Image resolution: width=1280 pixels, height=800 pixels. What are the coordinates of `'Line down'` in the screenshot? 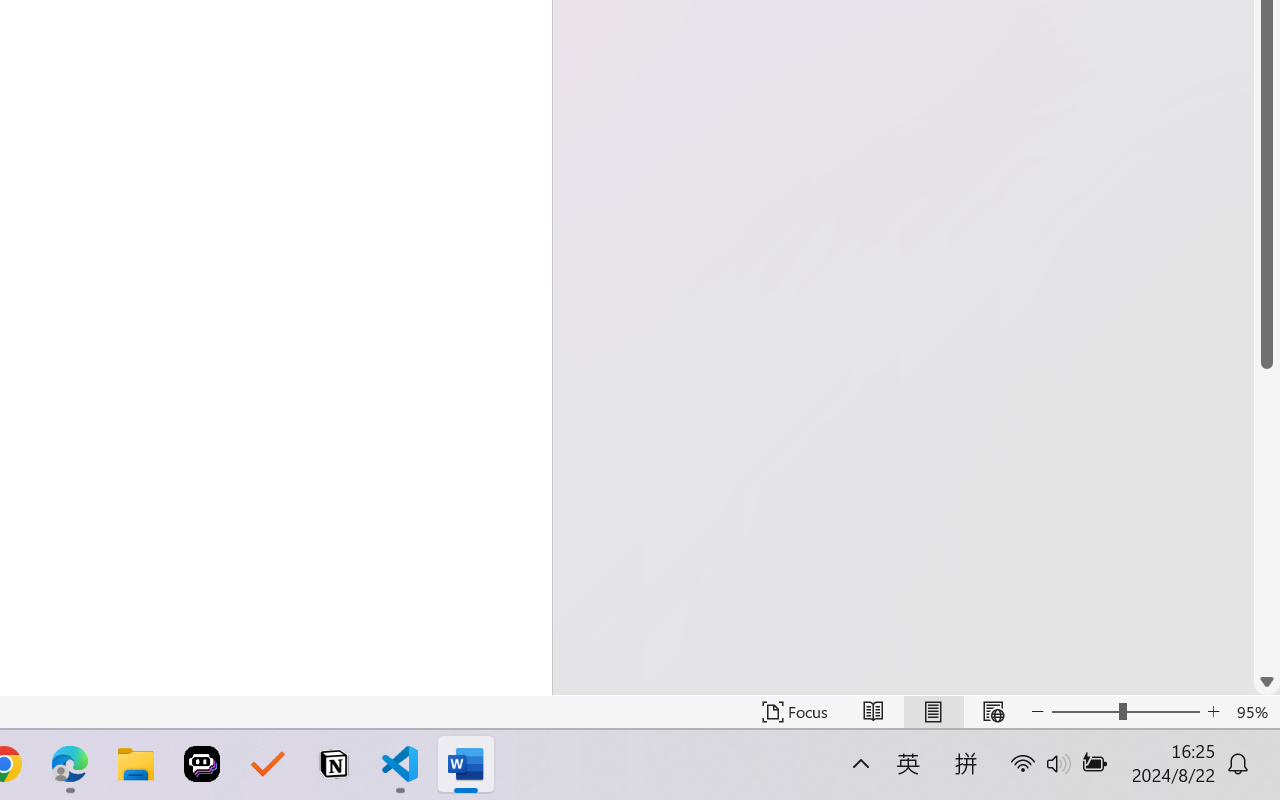 It's located at (1266, 682).